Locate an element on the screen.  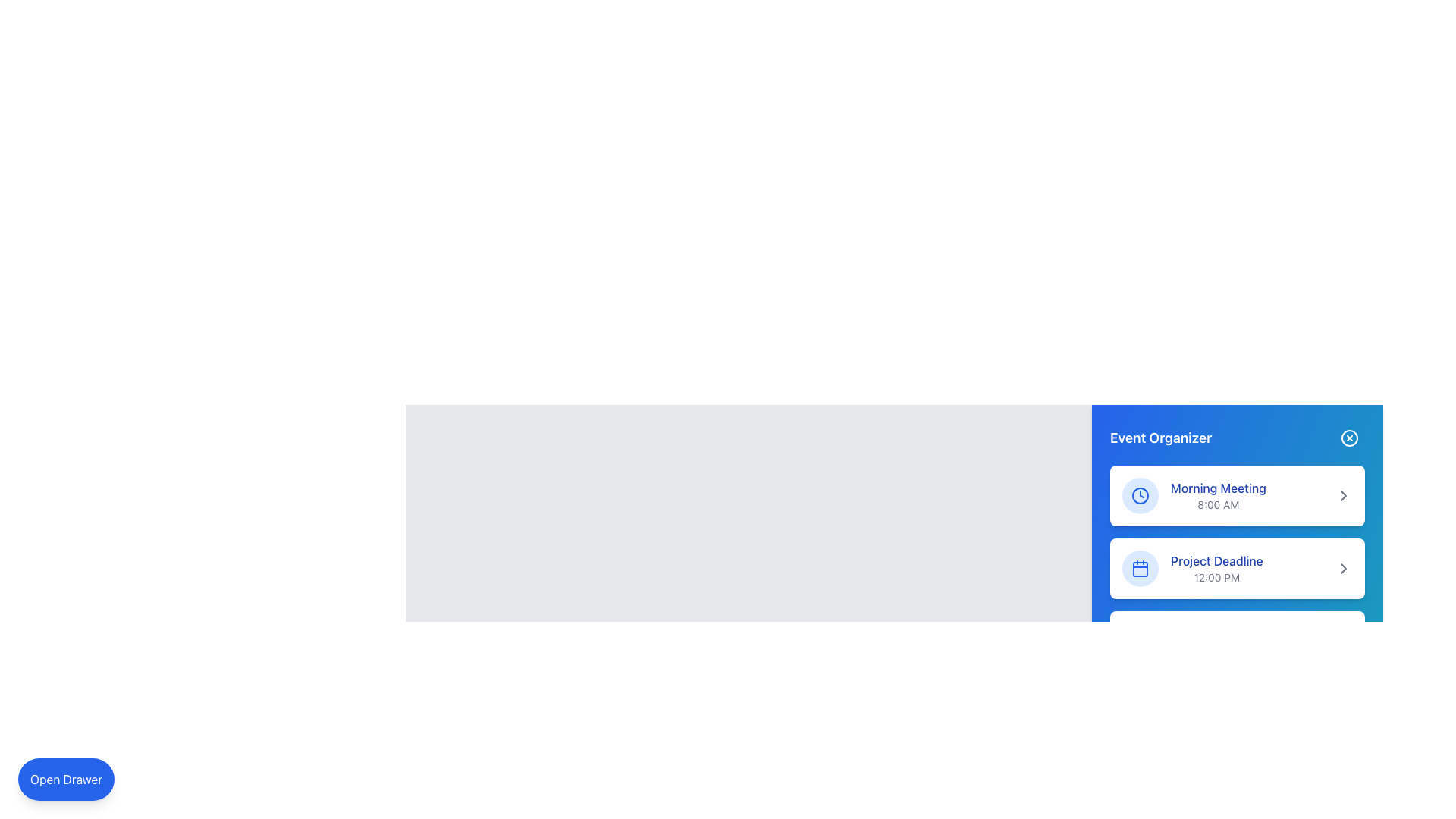
blue SVG circle representing the 'Morning Meeting' section in the Event Organizer card by clicking on it is located at coordinates (1140, 496).